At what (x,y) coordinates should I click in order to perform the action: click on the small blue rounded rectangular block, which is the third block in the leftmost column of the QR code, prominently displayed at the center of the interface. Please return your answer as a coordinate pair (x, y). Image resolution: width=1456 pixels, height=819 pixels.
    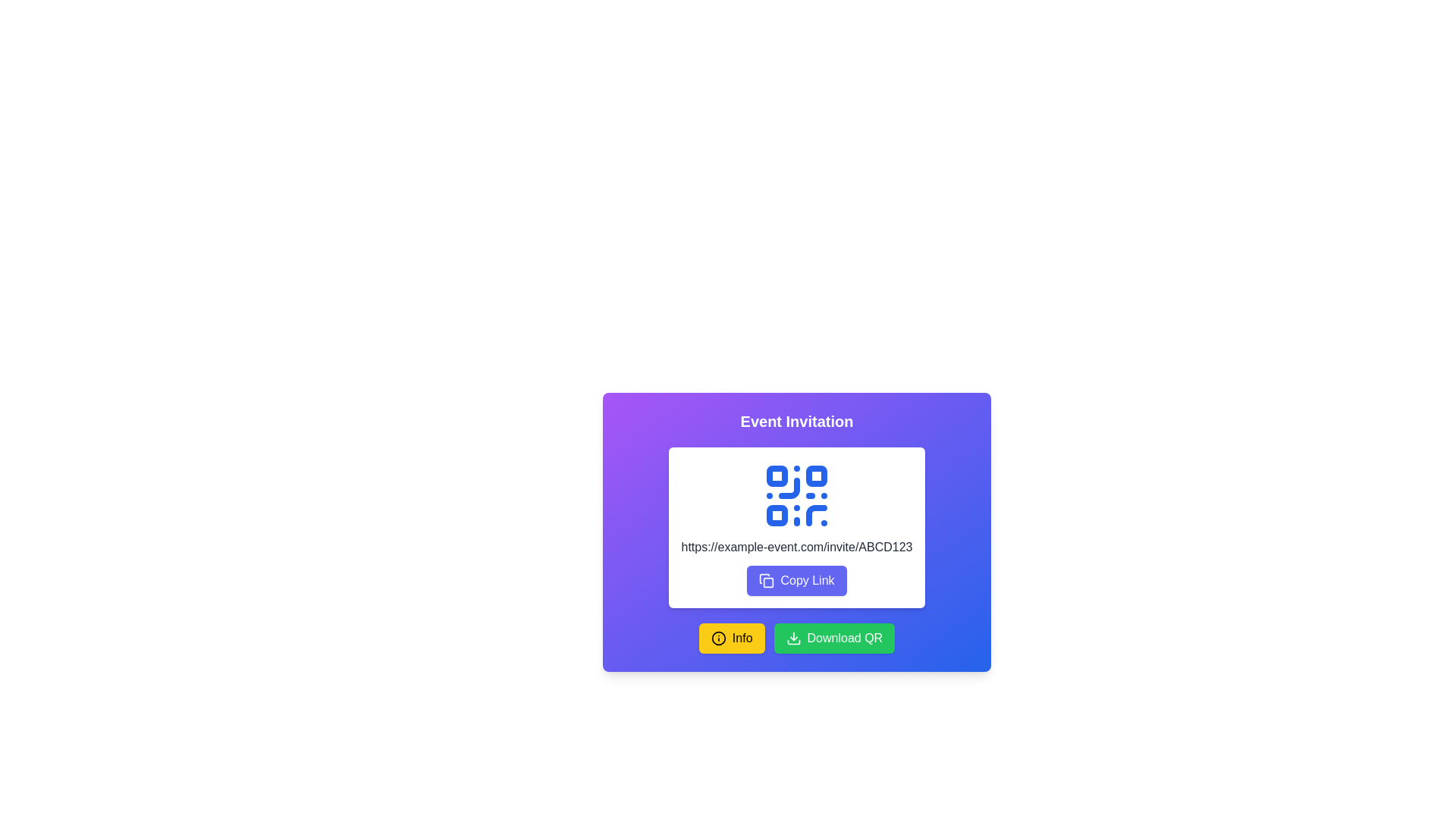
    Looking at the image, I should click on (777, 514).